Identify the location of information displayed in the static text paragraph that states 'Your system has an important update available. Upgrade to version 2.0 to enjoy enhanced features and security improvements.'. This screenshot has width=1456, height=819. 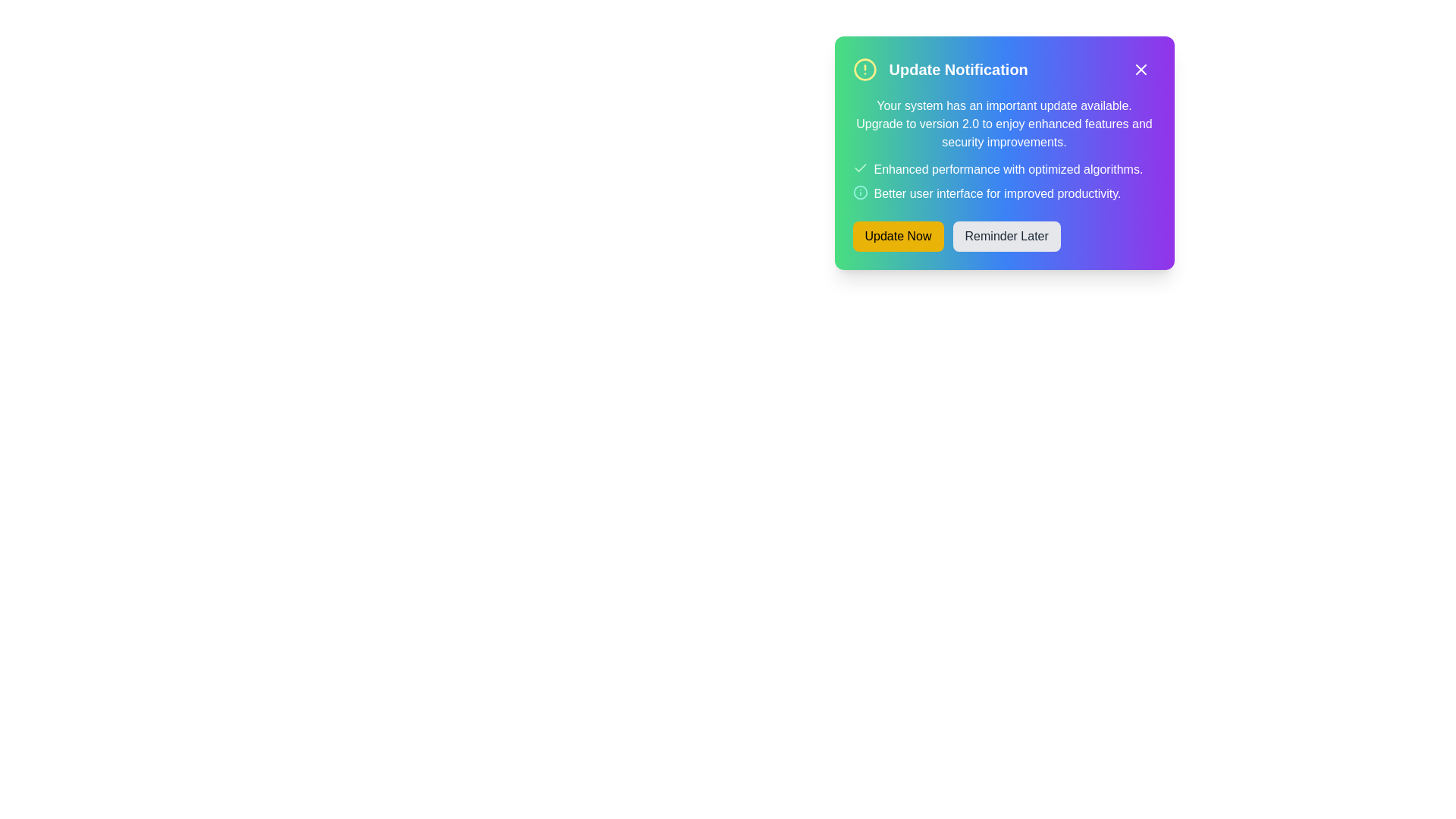
(1004, 124).